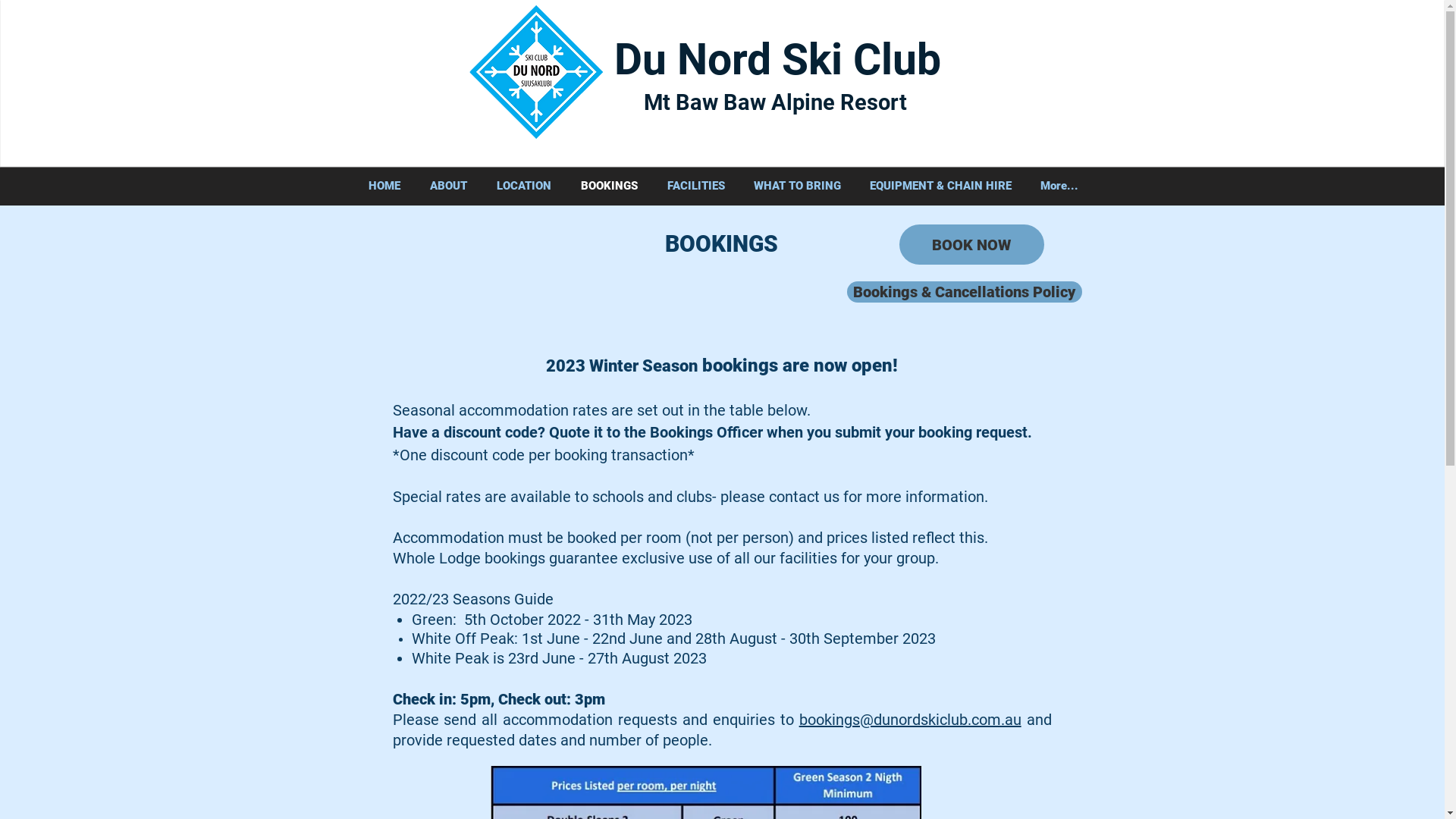 This screenshot has width=1456, height=819. I want to click on 'ABOUT', so click(447, 185).